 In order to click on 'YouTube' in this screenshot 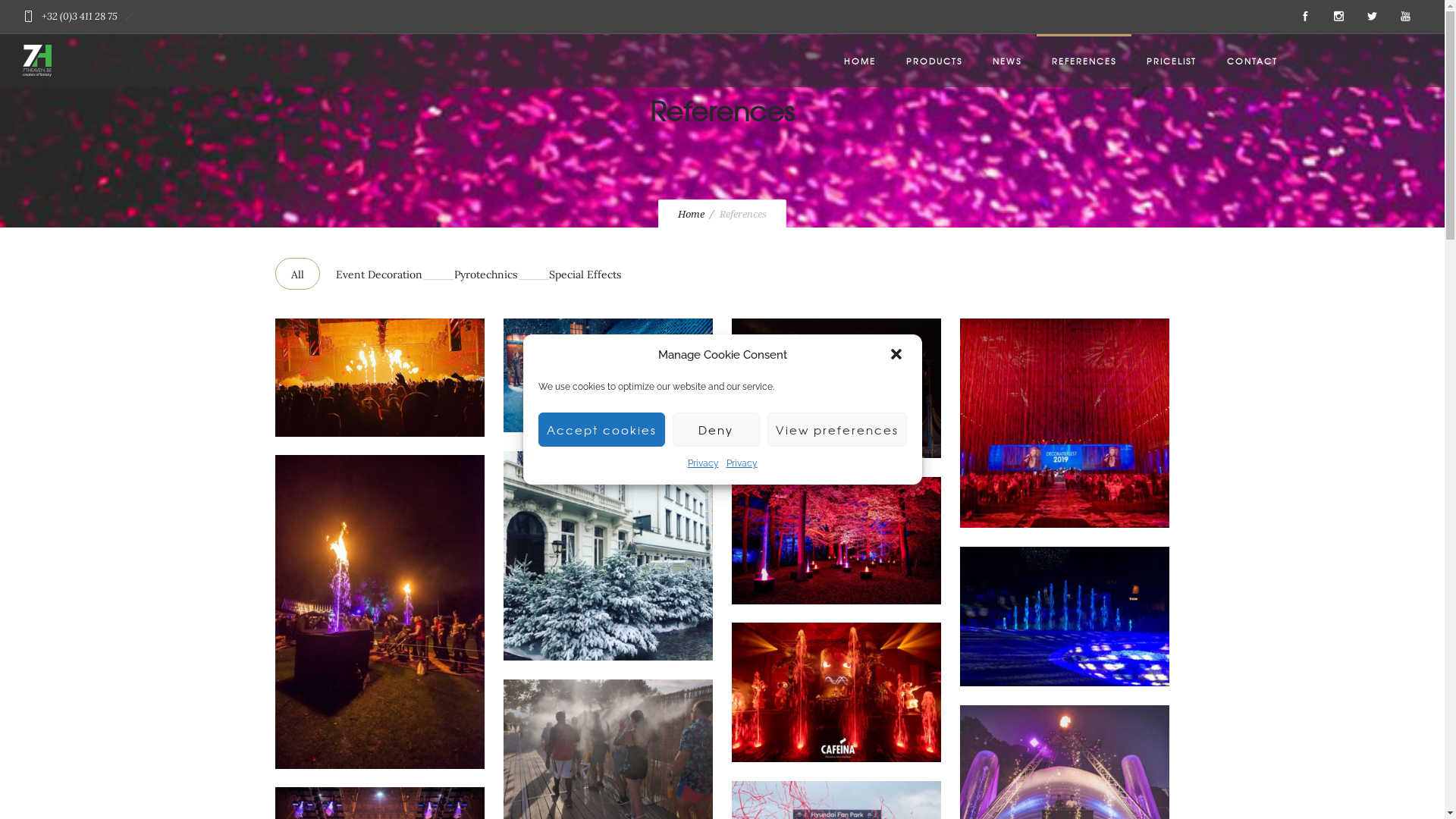, I will do `click(1388, 17)`.